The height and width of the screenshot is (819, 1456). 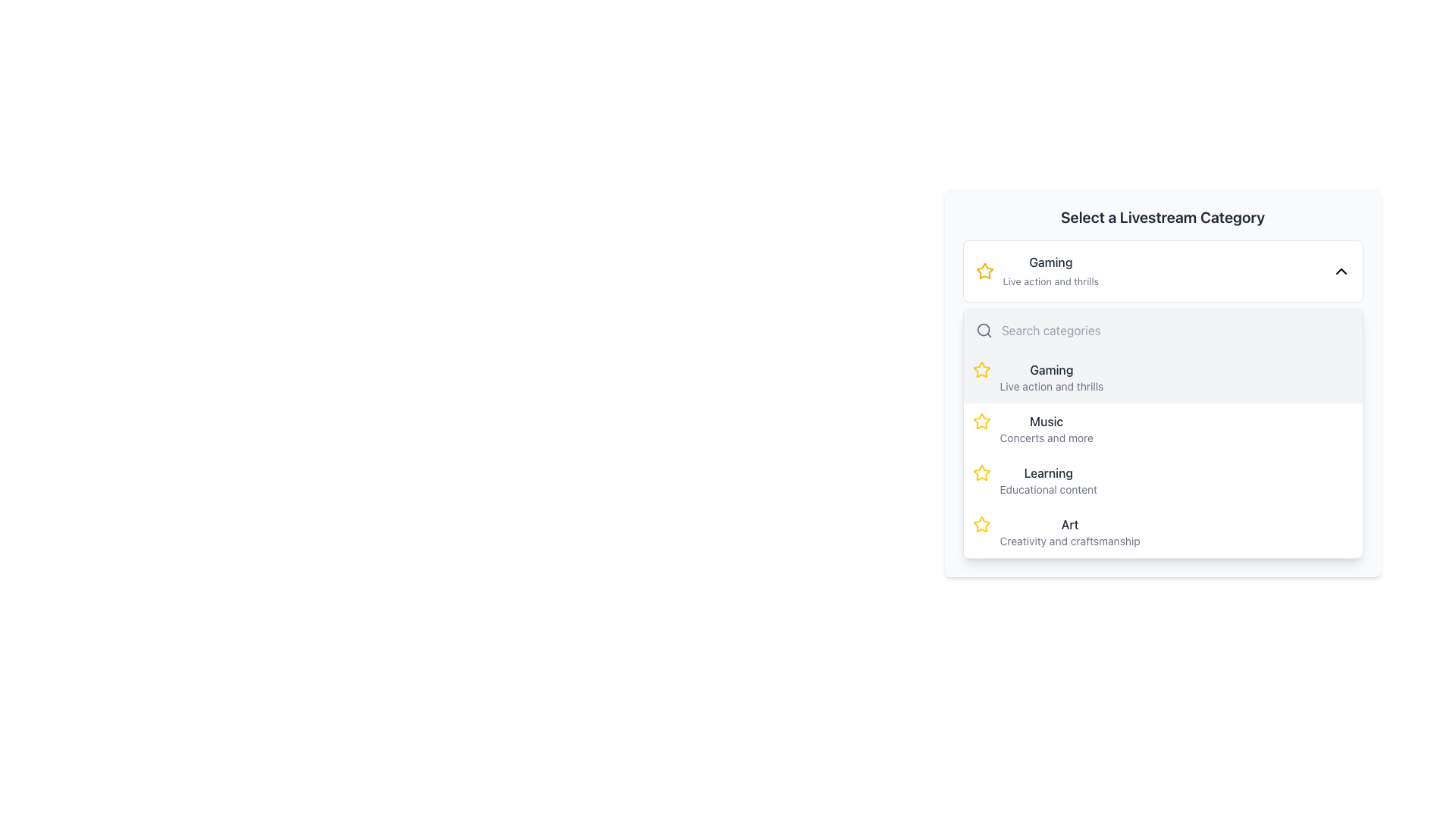 I want to click on the 'Gaming' category text in the dropdown list, so click(x=1050, y=271).